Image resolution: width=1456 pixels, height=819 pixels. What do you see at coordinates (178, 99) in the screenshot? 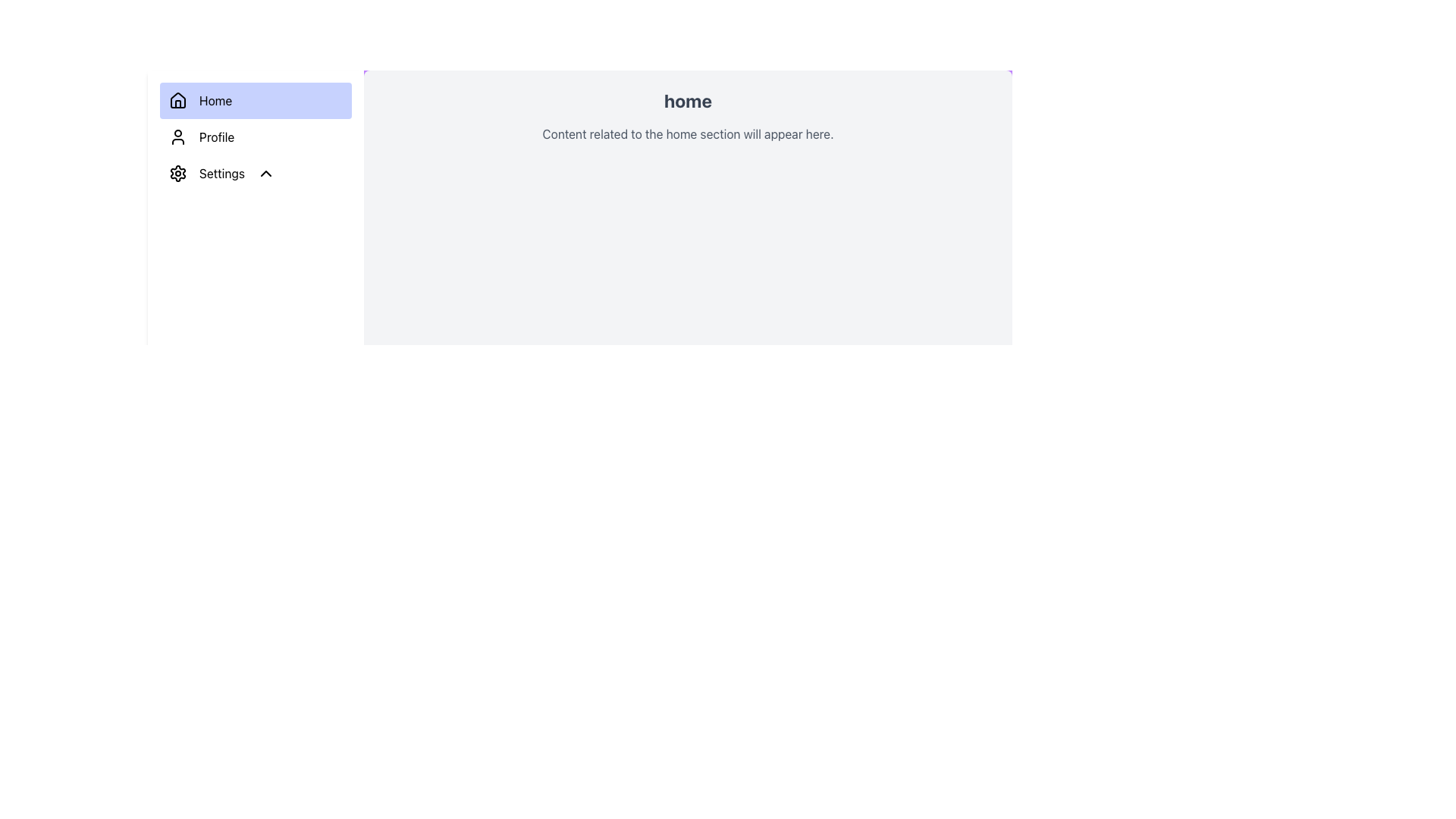
I see `the house outline icon located within the 'Home' button in the top left navigation bar` at bounding box center [178, 99].